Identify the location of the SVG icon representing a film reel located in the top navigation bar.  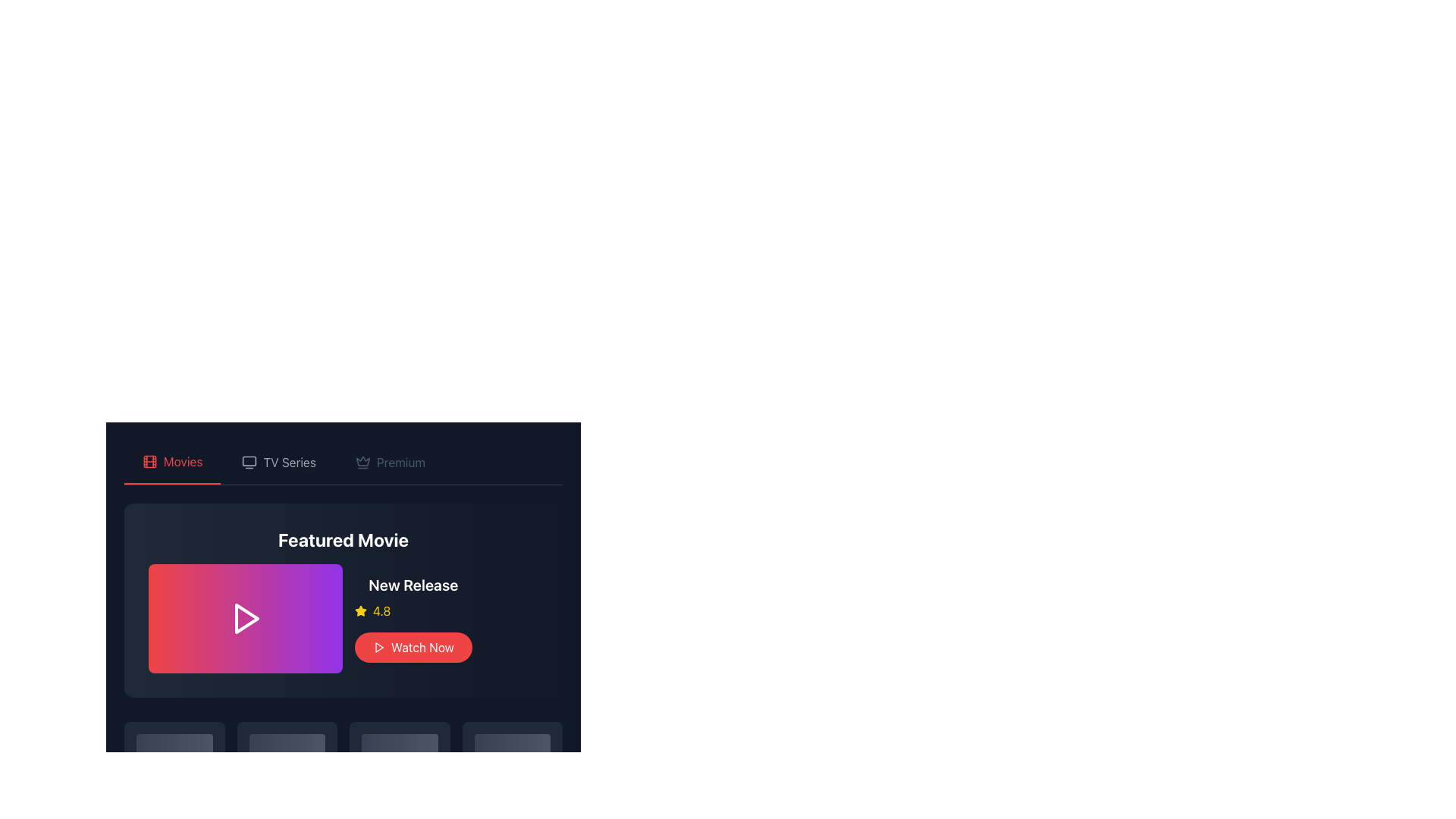
(149, 461).